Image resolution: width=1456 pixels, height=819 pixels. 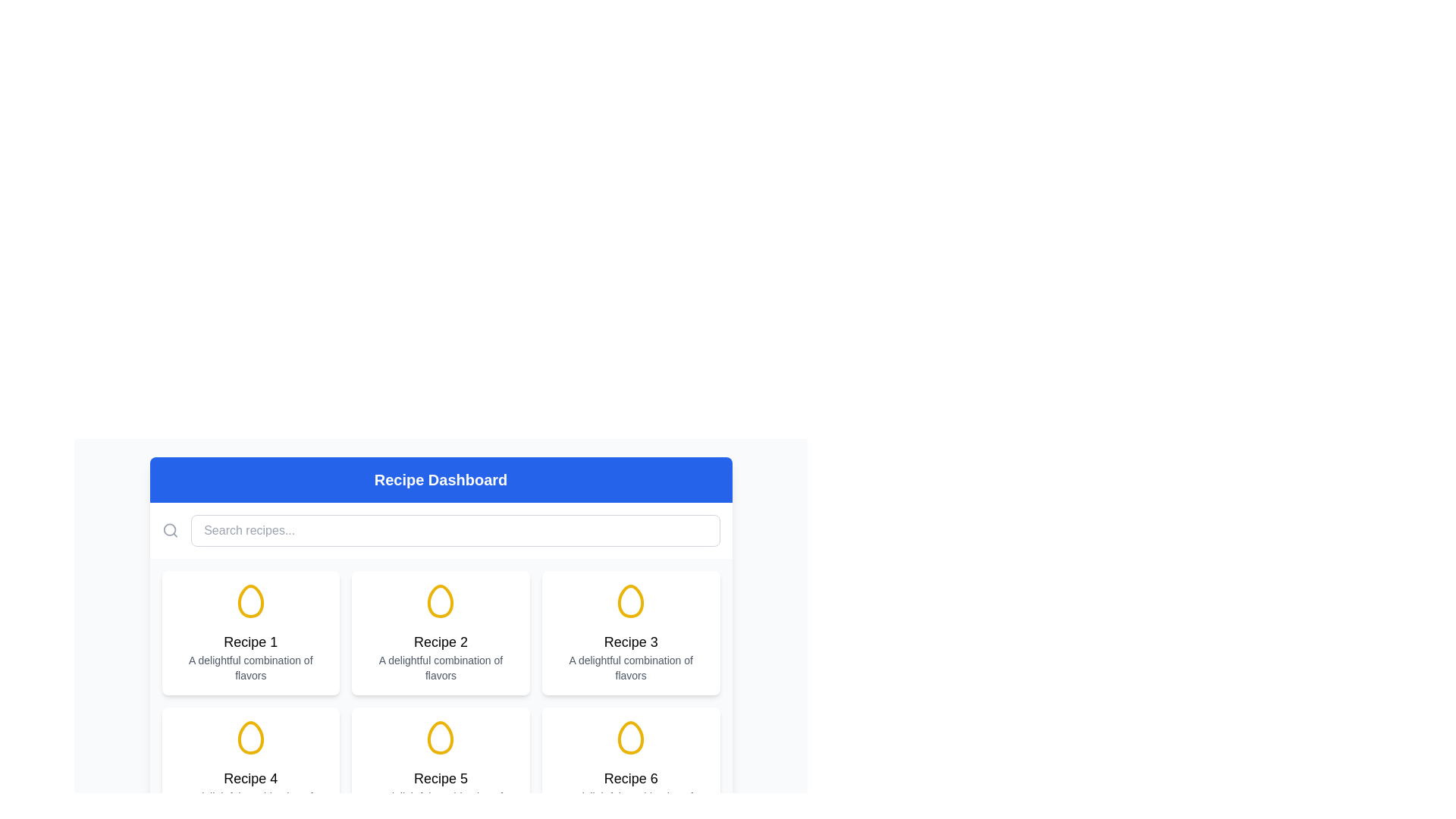 I want to click on the decorative icon for the 'Recipe 5' card, which is located above the card title in the second row of the grid layout, so click(x=440, y=736).